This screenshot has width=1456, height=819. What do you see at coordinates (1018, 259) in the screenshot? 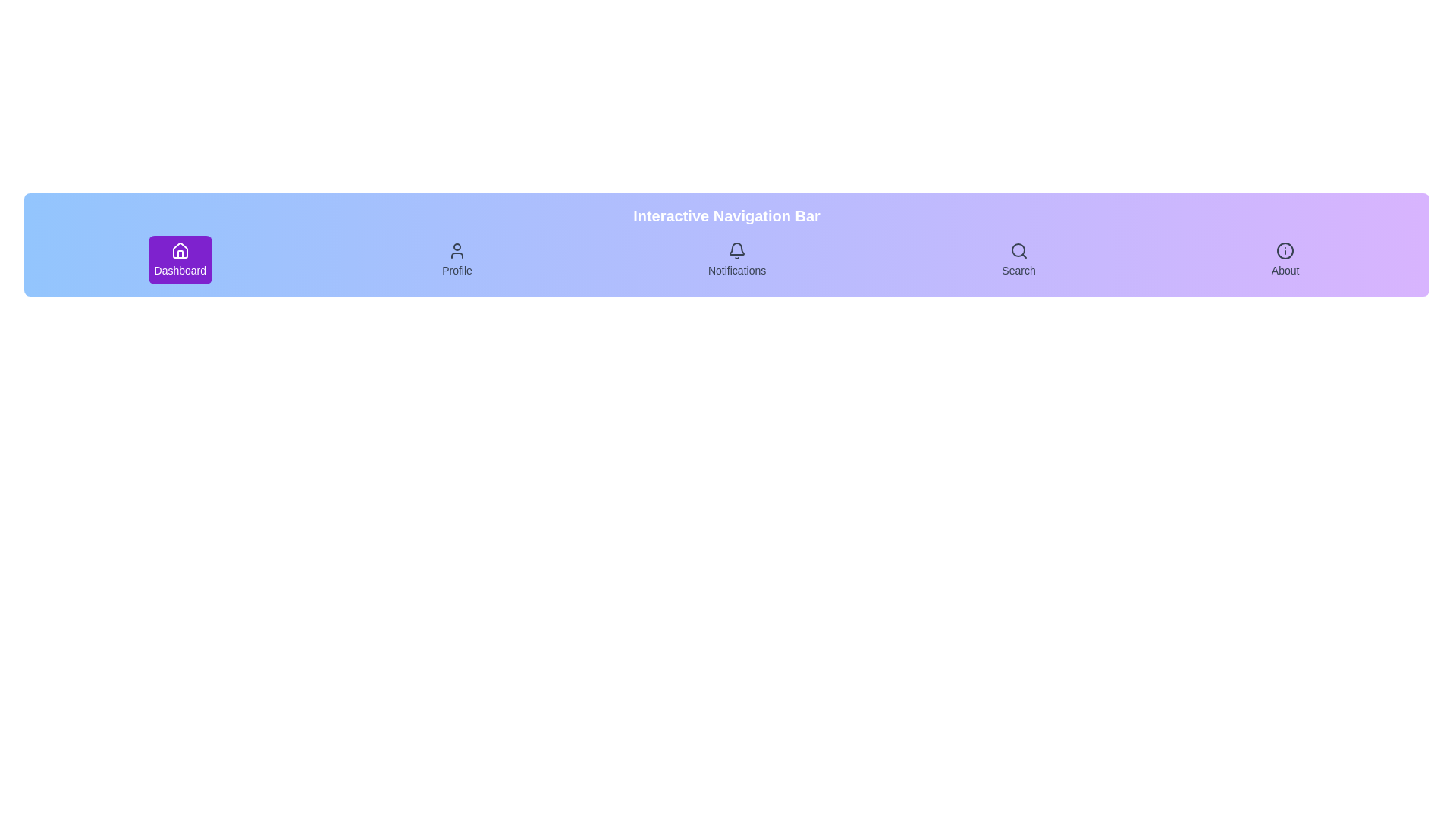
I see `the navigation item Search to highlight it` at bounding box center [1018, 259].